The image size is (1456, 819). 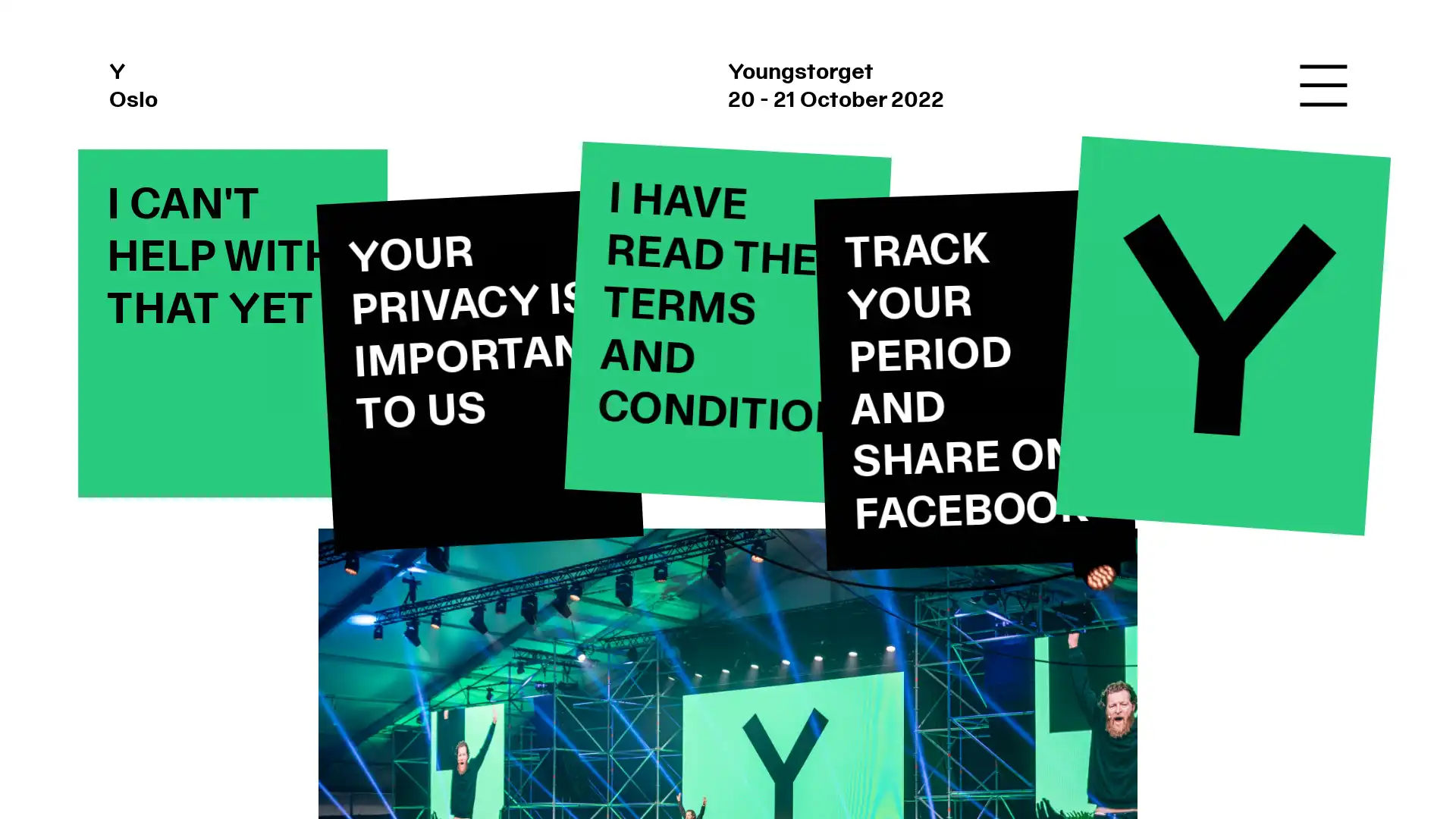 I want to click on I CAN'T HELP WITH THAT YET, so click(x=232, y=322).